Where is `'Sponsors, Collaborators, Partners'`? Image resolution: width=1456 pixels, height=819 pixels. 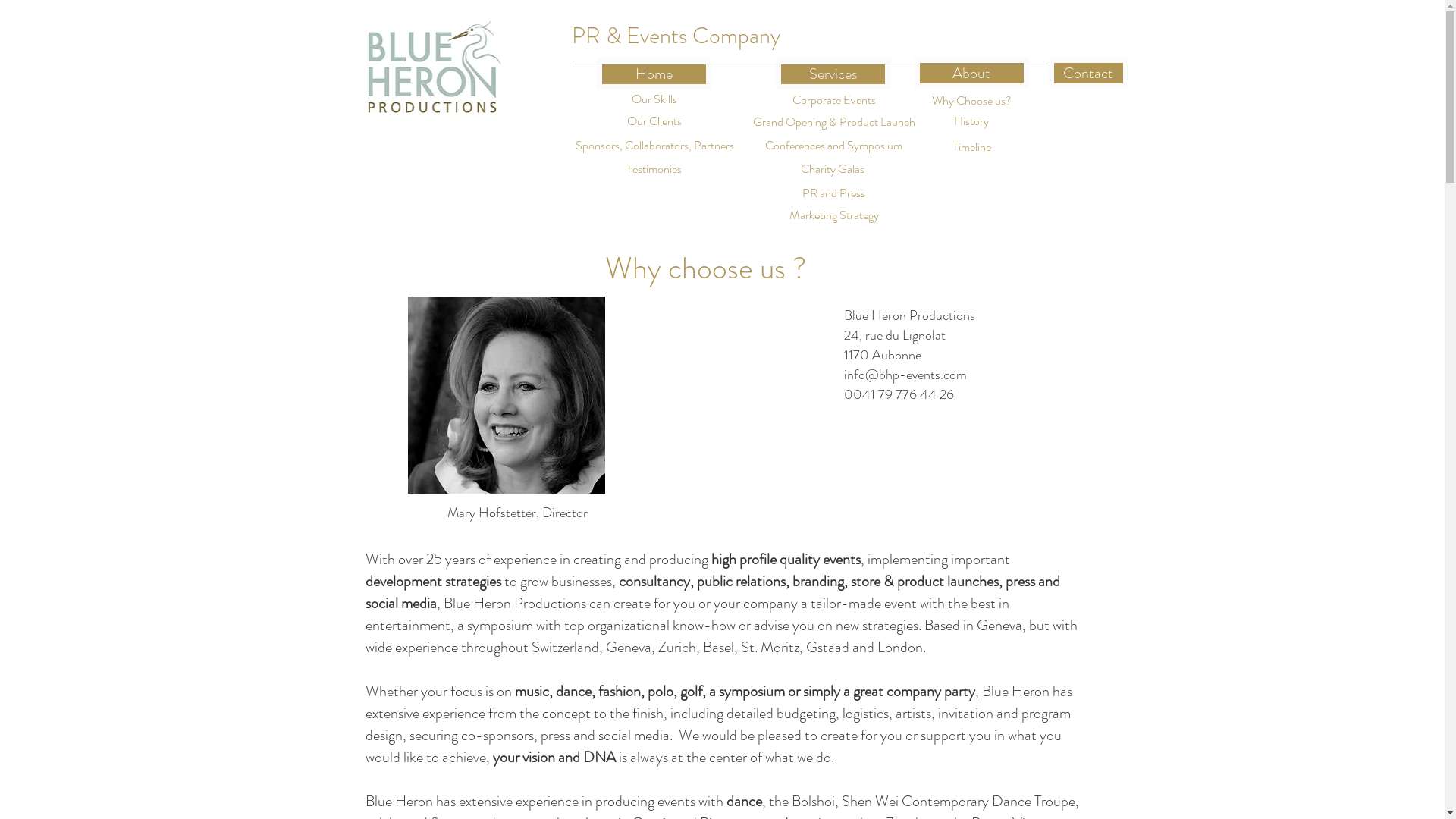
'Sponsors, Collaborators, Partners' is located at coordinates (654, 146).